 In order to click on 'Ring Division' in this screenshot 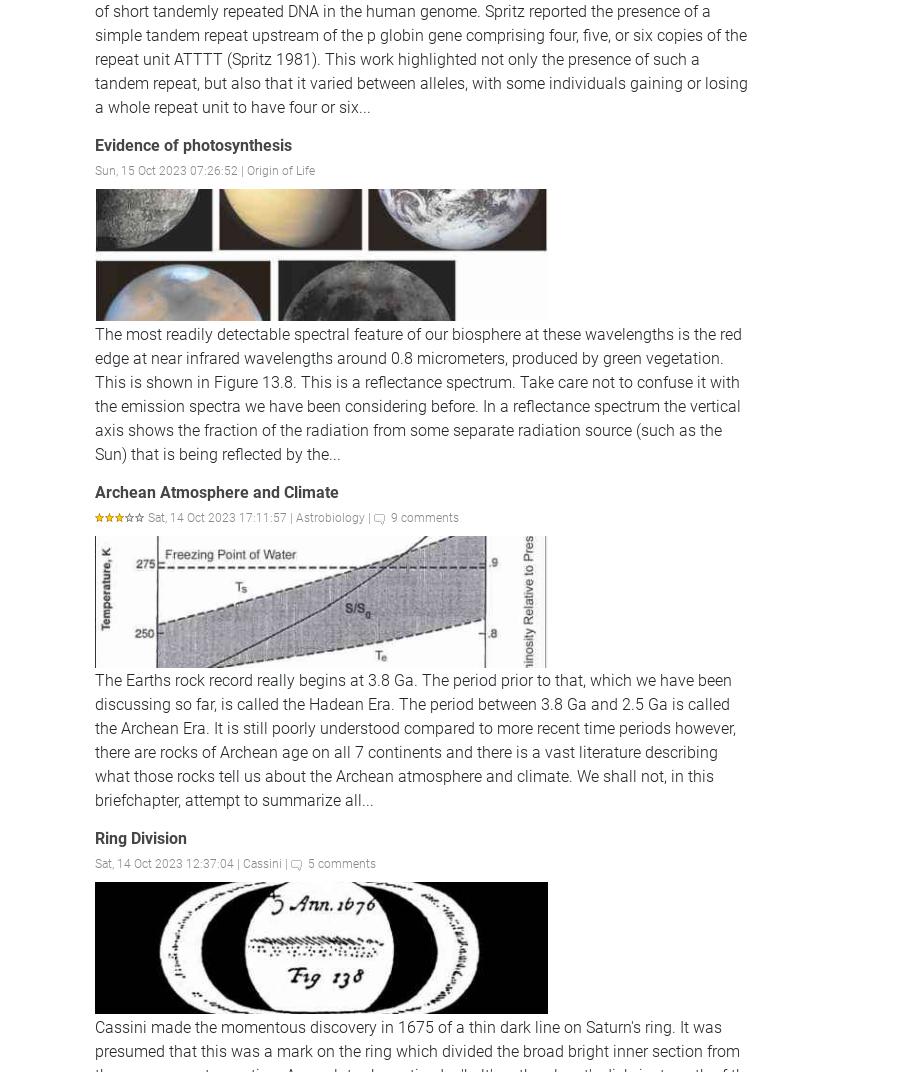, I will do `click(140, 837)`.